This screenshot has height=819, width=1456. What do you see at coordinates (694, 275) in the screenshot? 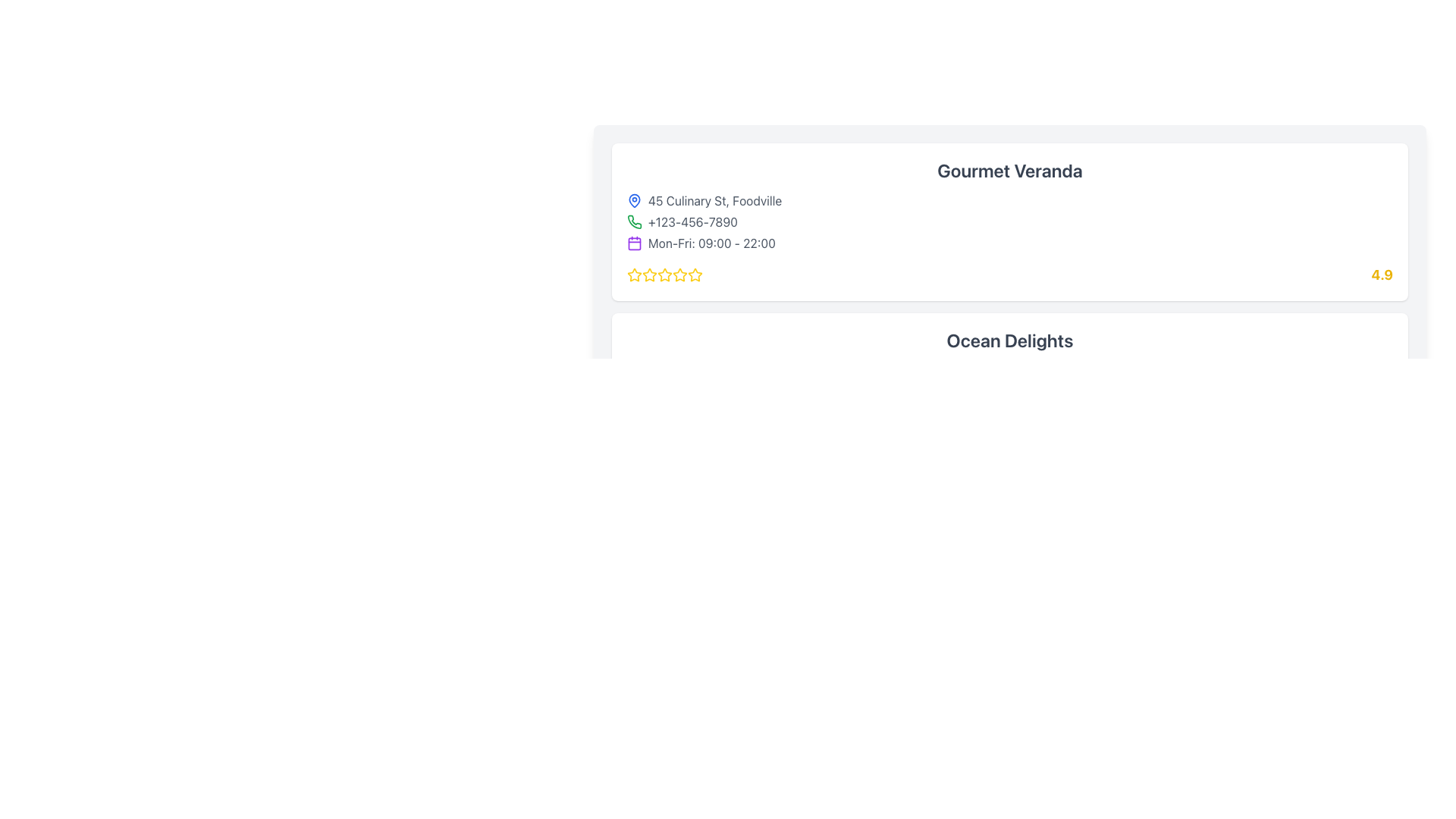
I see `the fifth star icon in the 5-star rating system used for user feedback on the 'Gourmet Veranda' card` at bounding box center [694, 275].